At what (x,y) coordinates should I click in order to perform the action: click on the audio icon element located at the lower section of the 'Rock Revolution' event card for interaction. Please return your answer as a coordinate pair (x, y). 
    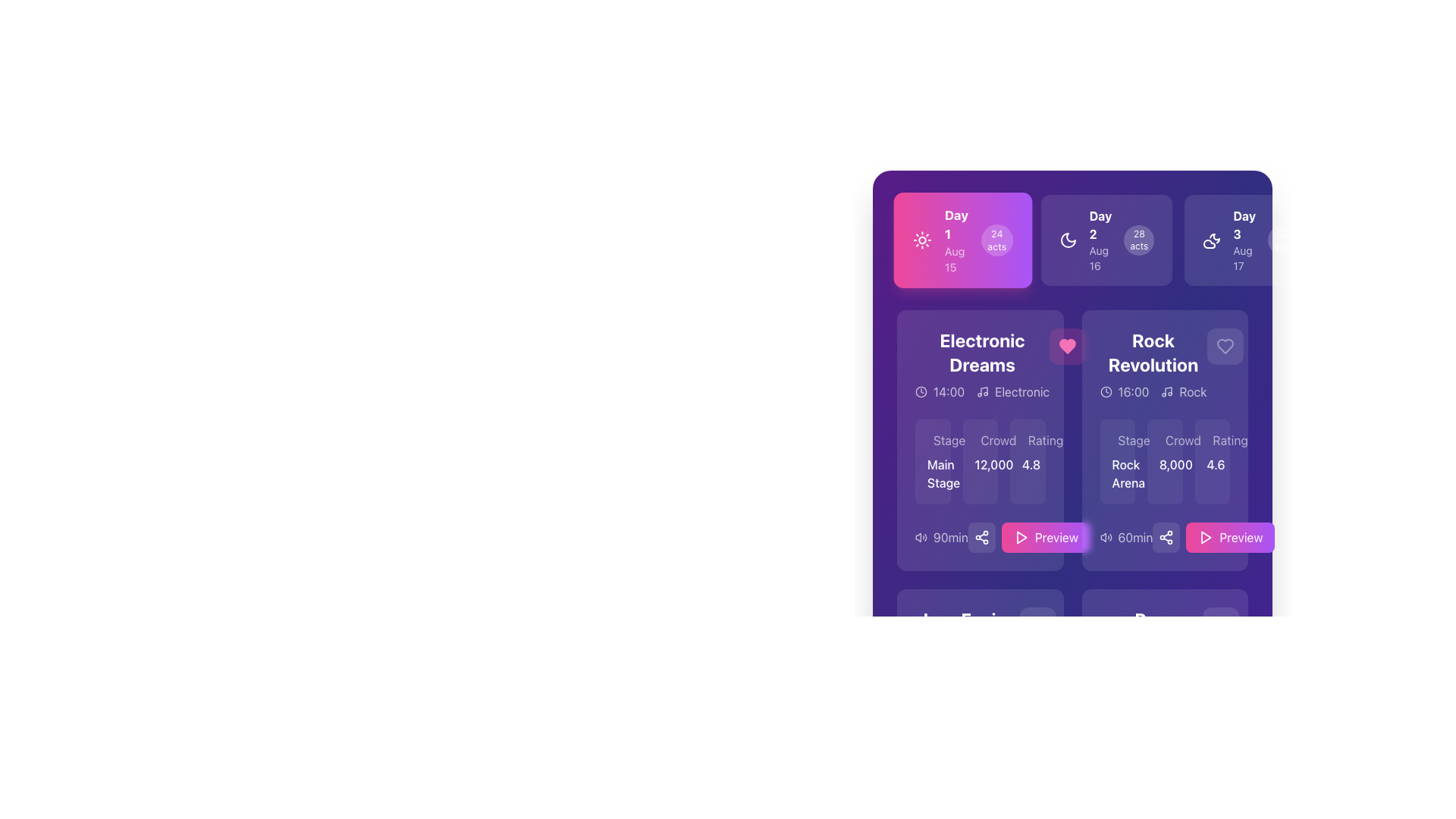
    Looking at the image, I should click on (1106, 537).